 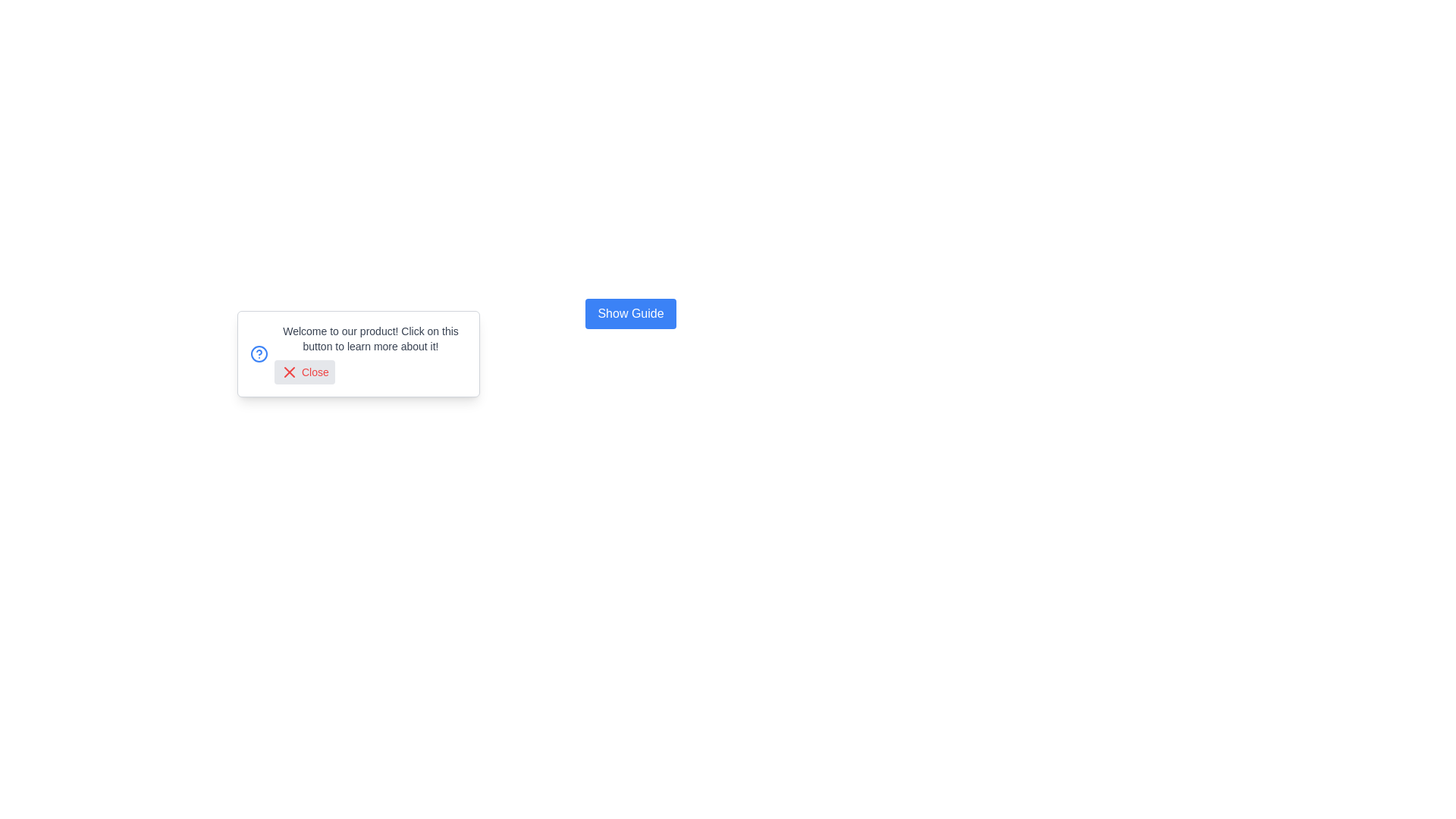 I want to click on the circular icon with a blue border containing a question mark and a dot, located in the top-left corner of the prompt box, so click(x=259, y=353).